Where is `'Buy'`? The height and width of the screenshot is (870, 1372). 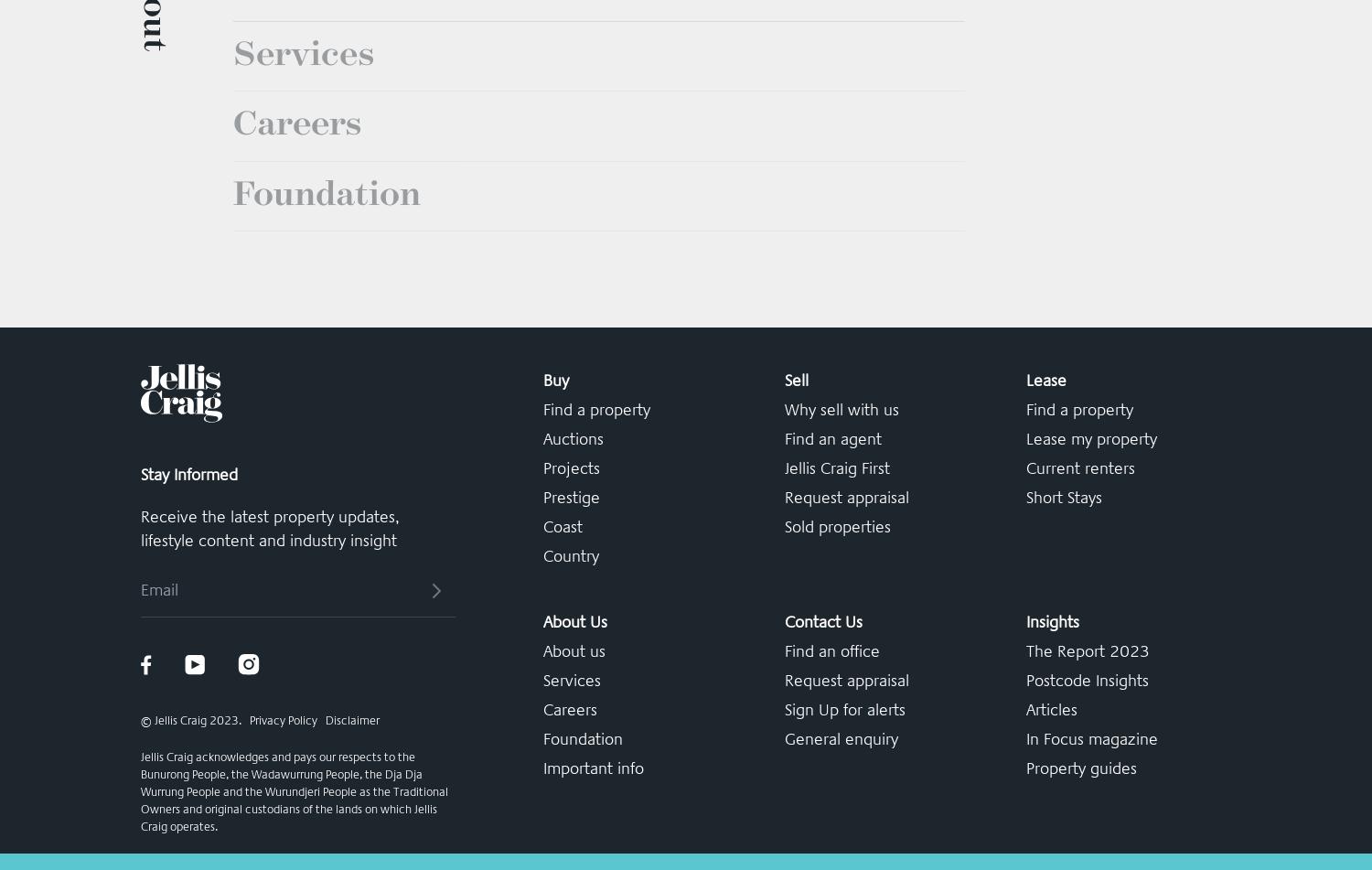 'Buy' is located at coordinates (554, 662).